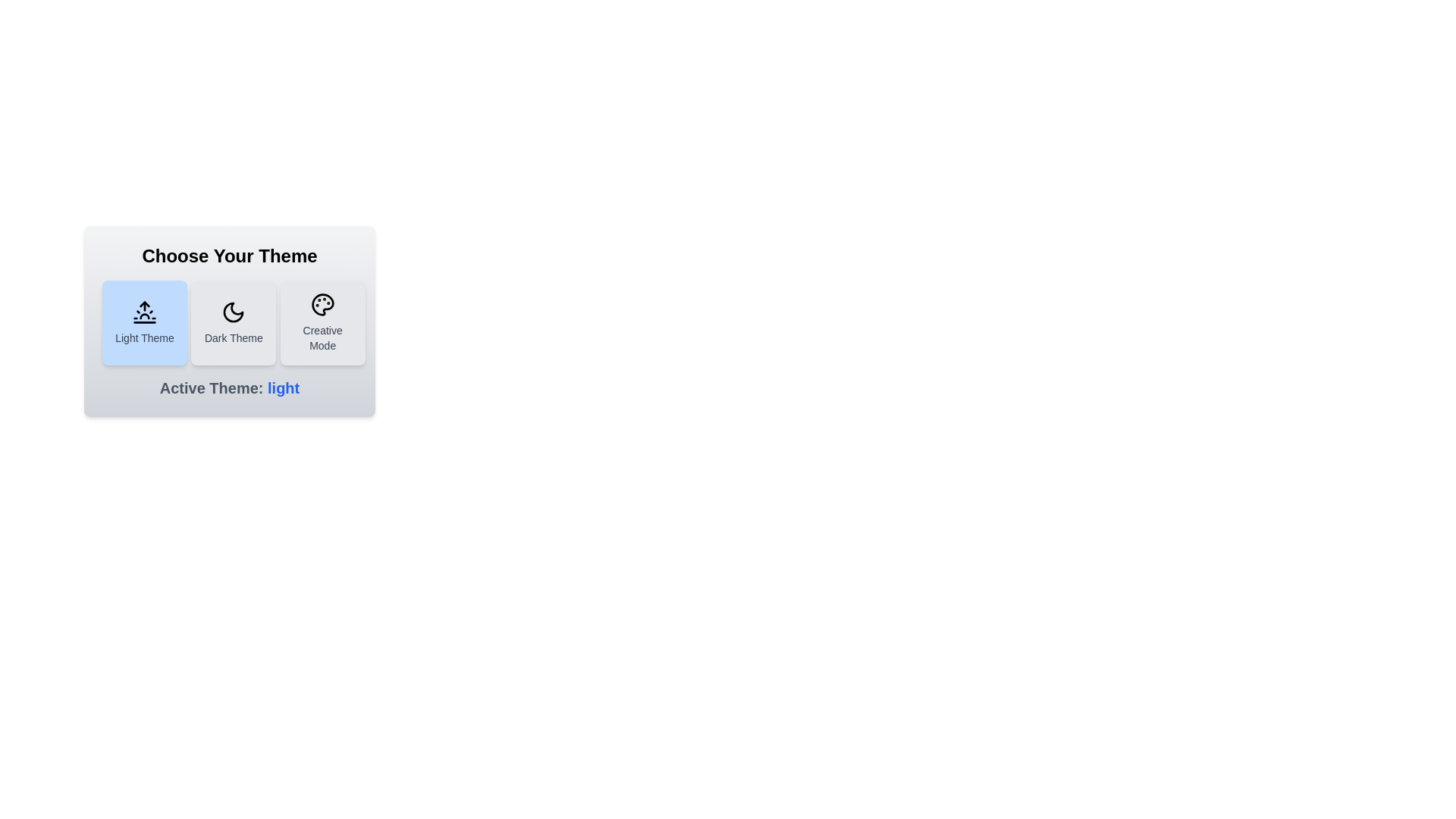  What do you see at coordinates (145, 322) in the screenshot?
I see `the theme by clicking on the button corresponding to Light Theme` at bounding box center [145, 322].